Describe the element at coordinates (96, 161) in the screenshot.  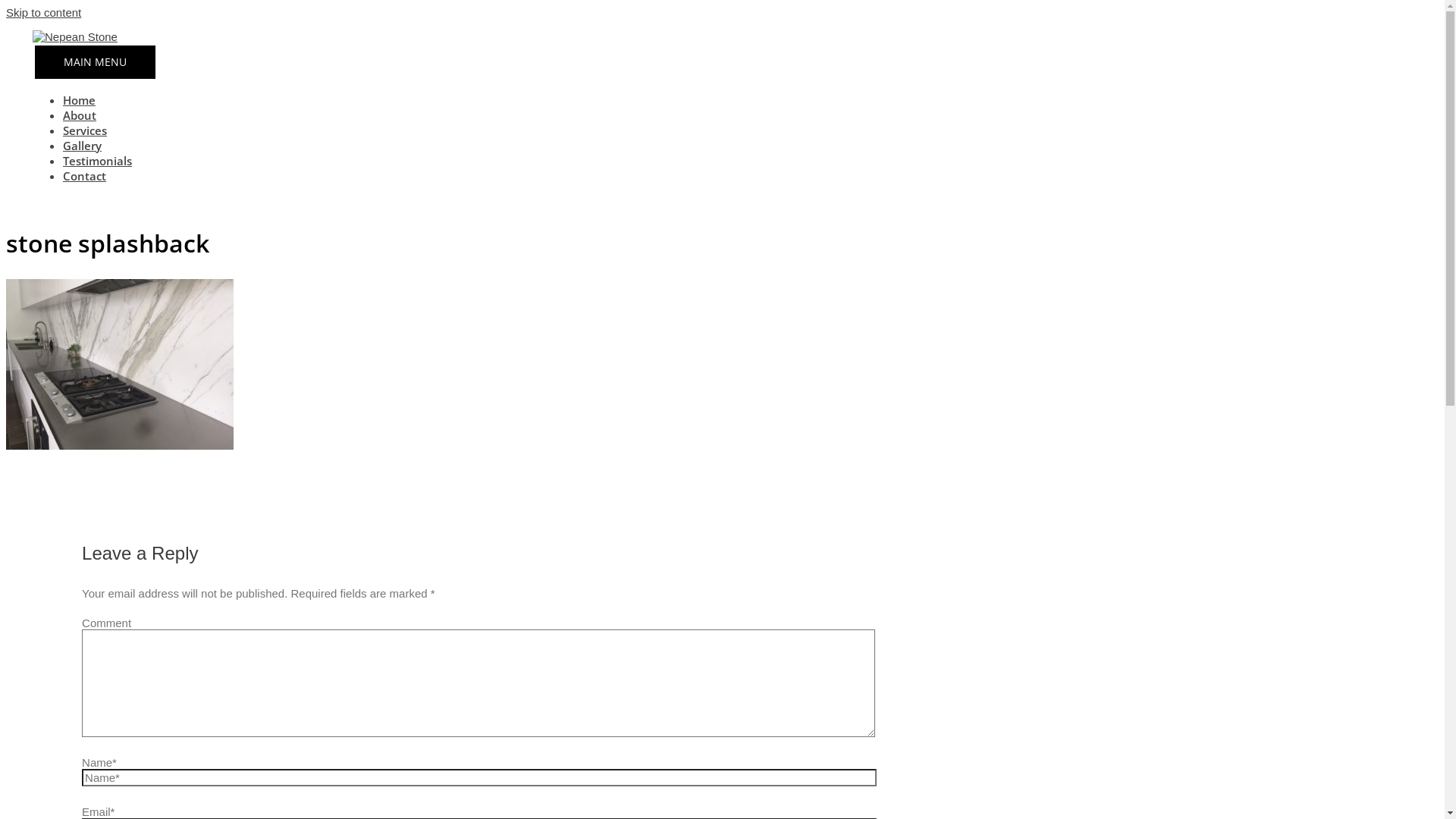
I see `'Testimonials'` at that location.